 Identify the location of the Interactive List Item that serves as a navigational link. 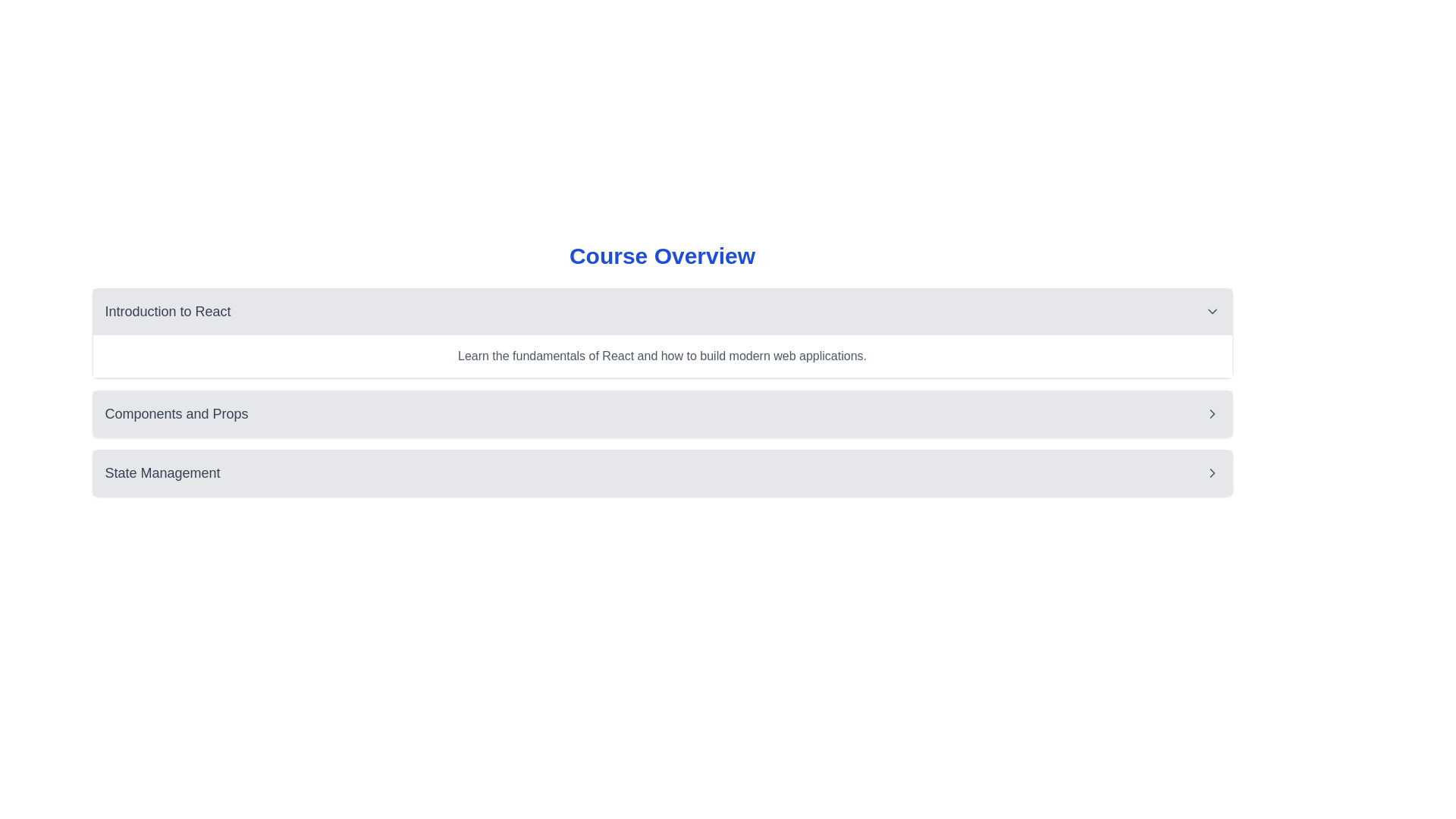
(662, 414).